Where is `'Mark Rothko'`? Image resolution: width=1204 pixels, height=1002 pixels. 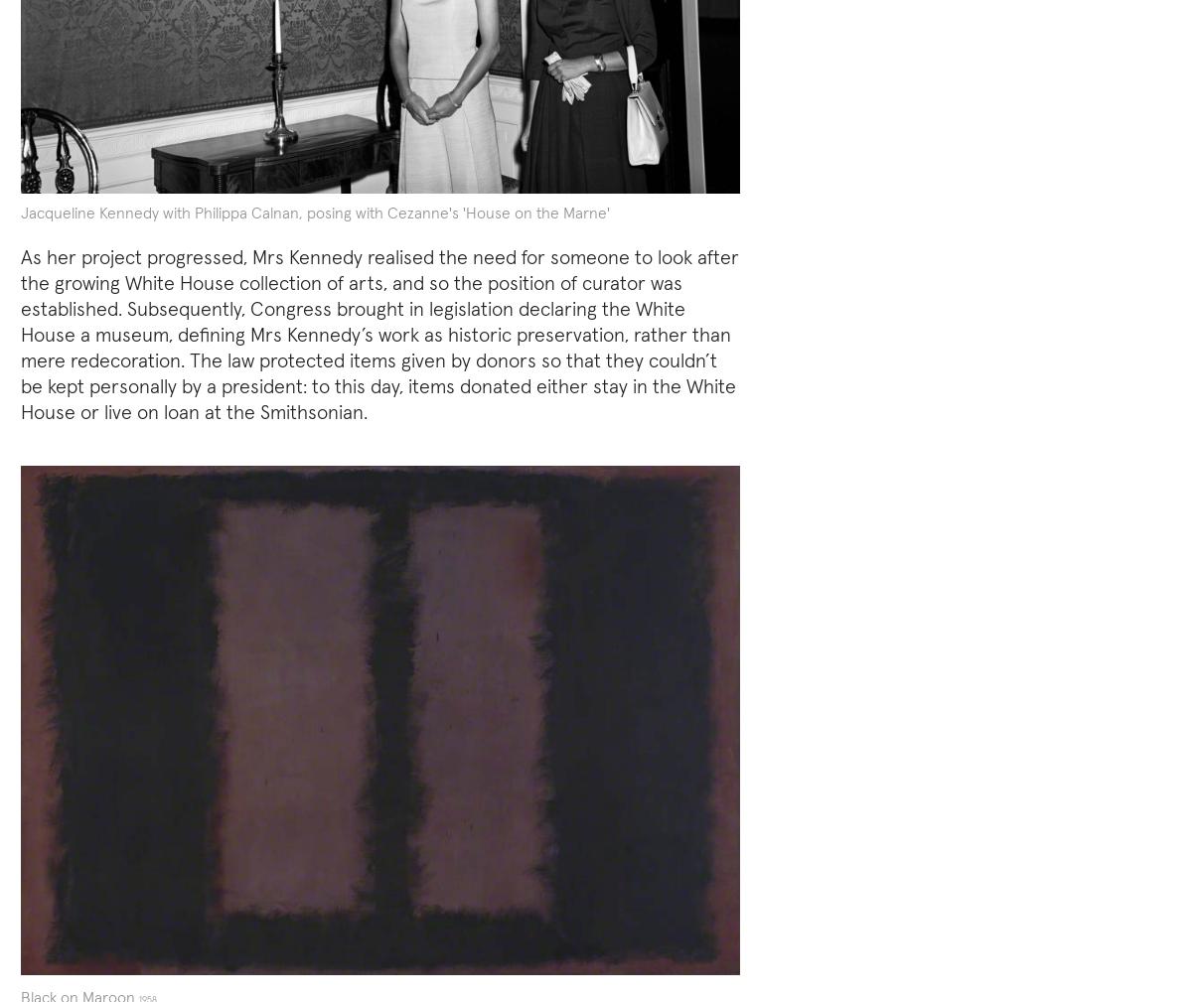
'Mark Rothko' is located at coordinates (419, 464).